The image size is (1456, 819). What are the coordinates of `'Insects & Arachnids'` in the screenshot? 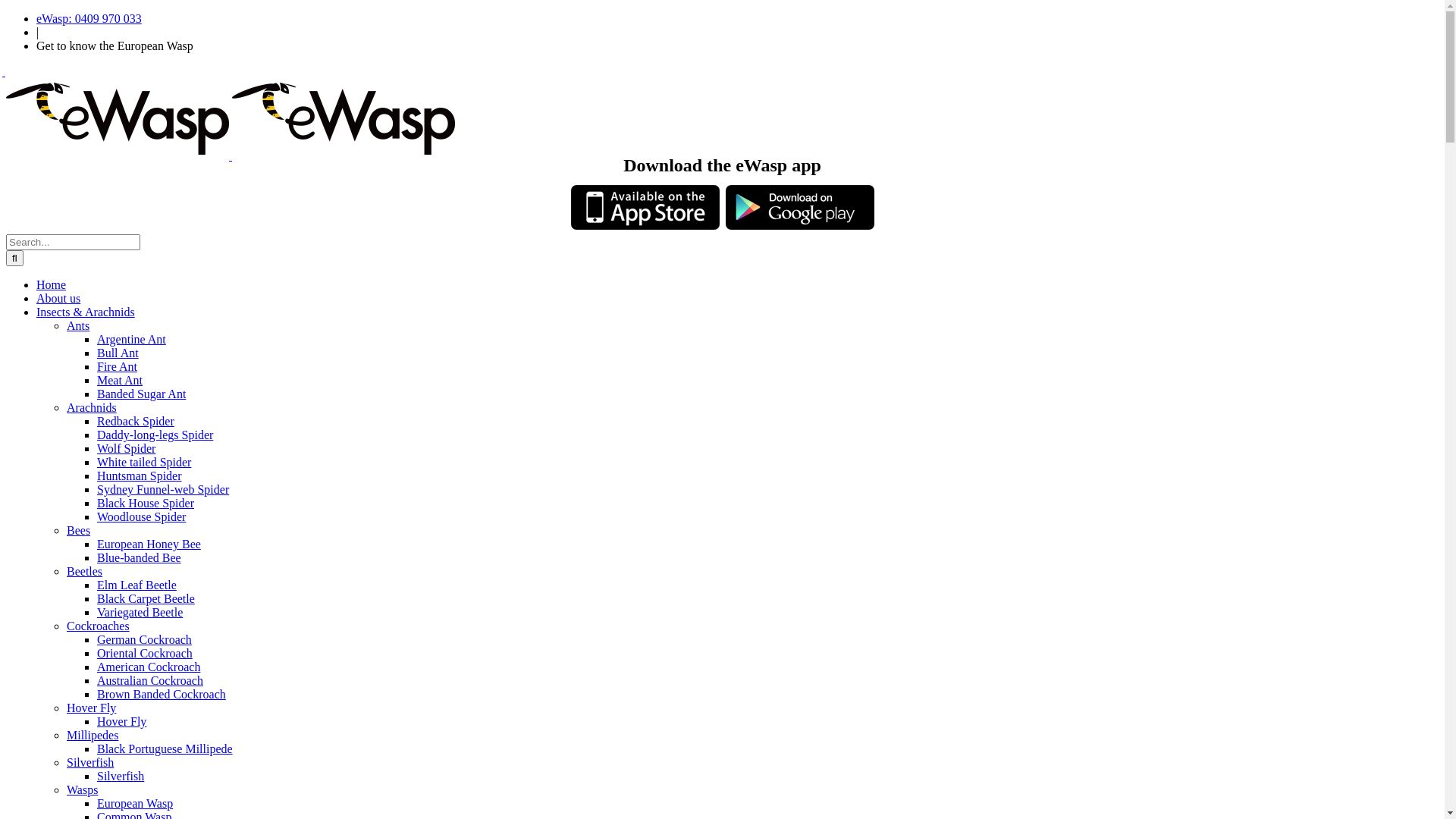 It's located at (85, 311).